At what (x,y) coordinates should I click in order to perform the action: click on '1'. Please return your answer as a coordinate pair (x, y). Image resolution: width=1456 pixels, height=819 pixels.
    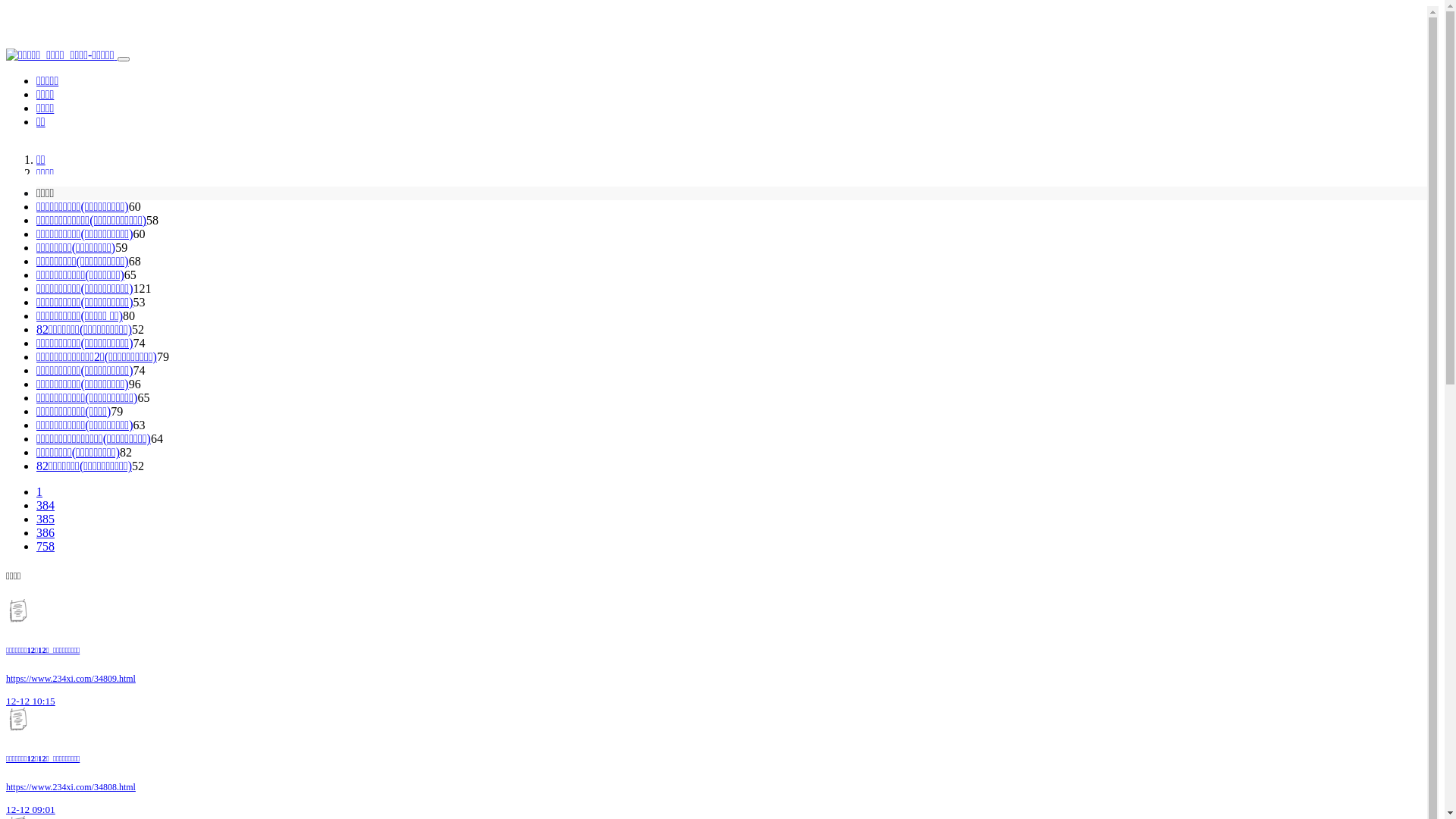
    Looking at the image, I should click on (36, 491).